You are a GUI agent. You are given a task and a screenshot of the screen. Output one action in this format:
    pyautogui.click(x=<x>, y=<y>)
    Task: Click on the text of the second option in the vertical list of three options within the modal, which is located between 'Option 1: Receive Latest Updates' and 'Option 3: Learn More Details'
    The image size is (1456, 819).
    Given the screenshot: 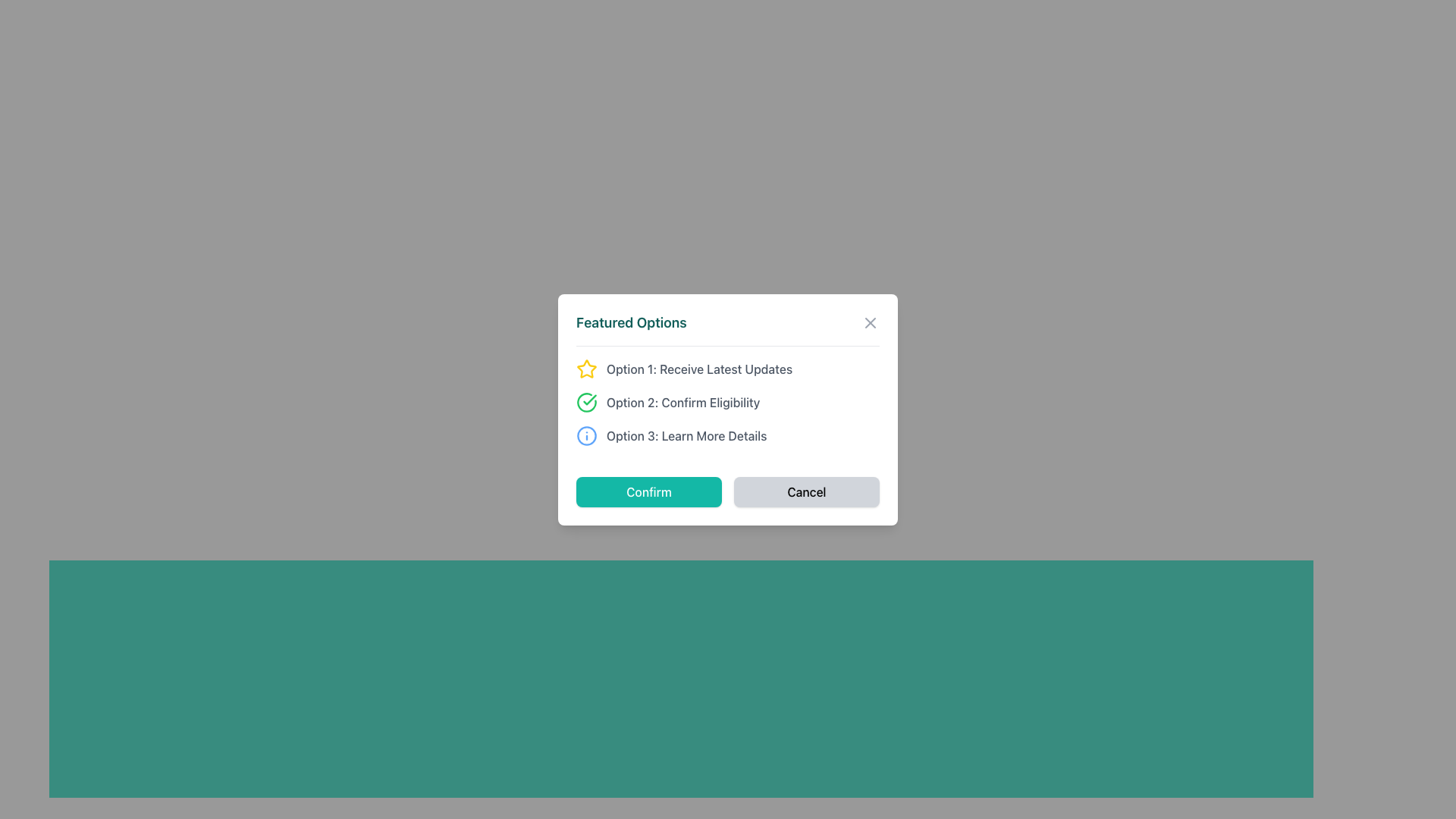 What is the action you would take?
    pyautogui.click(x=728, y=401)
    